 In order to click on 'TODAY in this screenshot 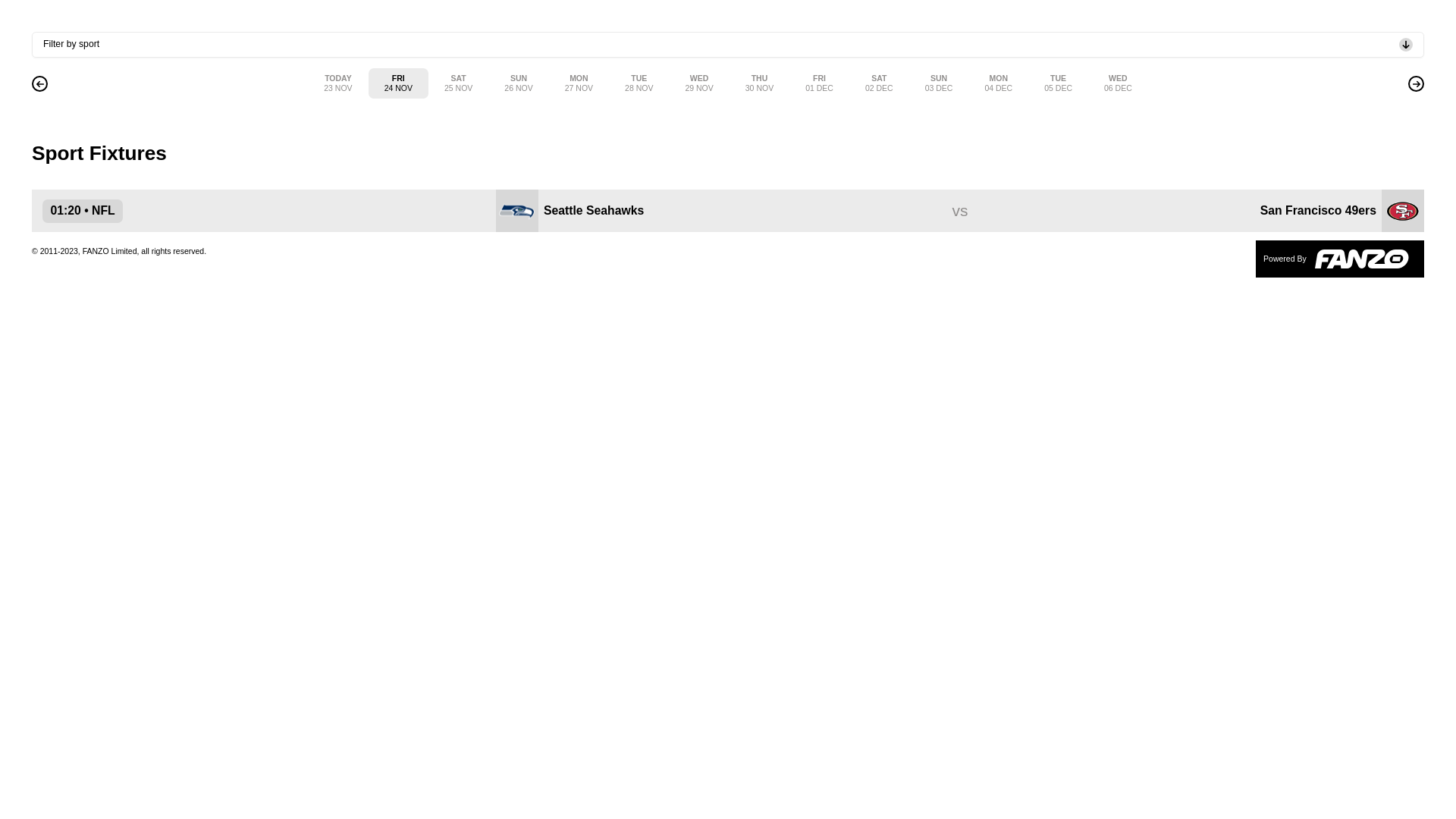, I will do `click(307, 83)`.